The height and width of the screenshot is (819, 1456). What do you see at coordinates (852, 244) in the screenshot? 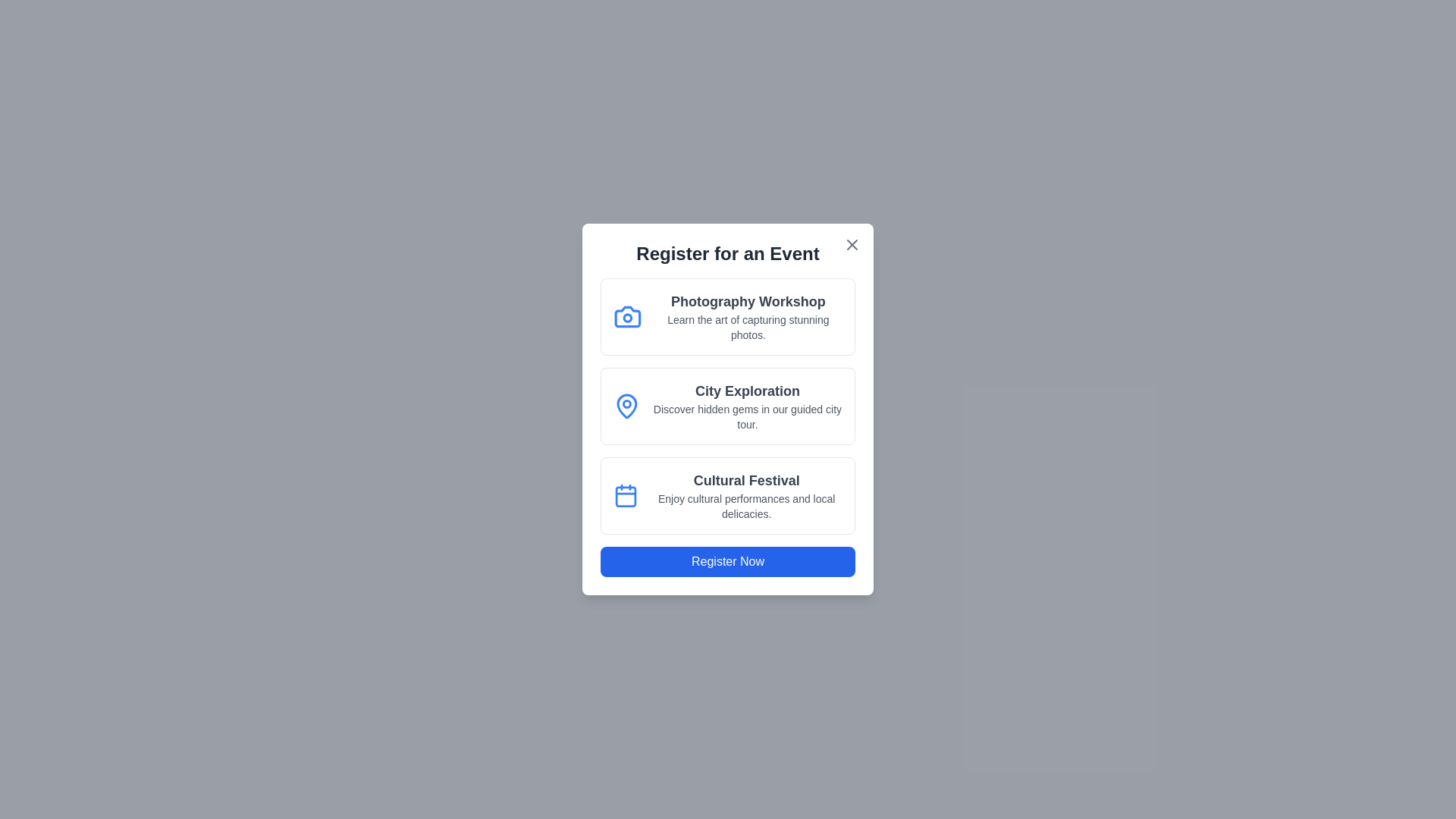
I see `the close button to close the dialog` at bounding box center [852, 244].